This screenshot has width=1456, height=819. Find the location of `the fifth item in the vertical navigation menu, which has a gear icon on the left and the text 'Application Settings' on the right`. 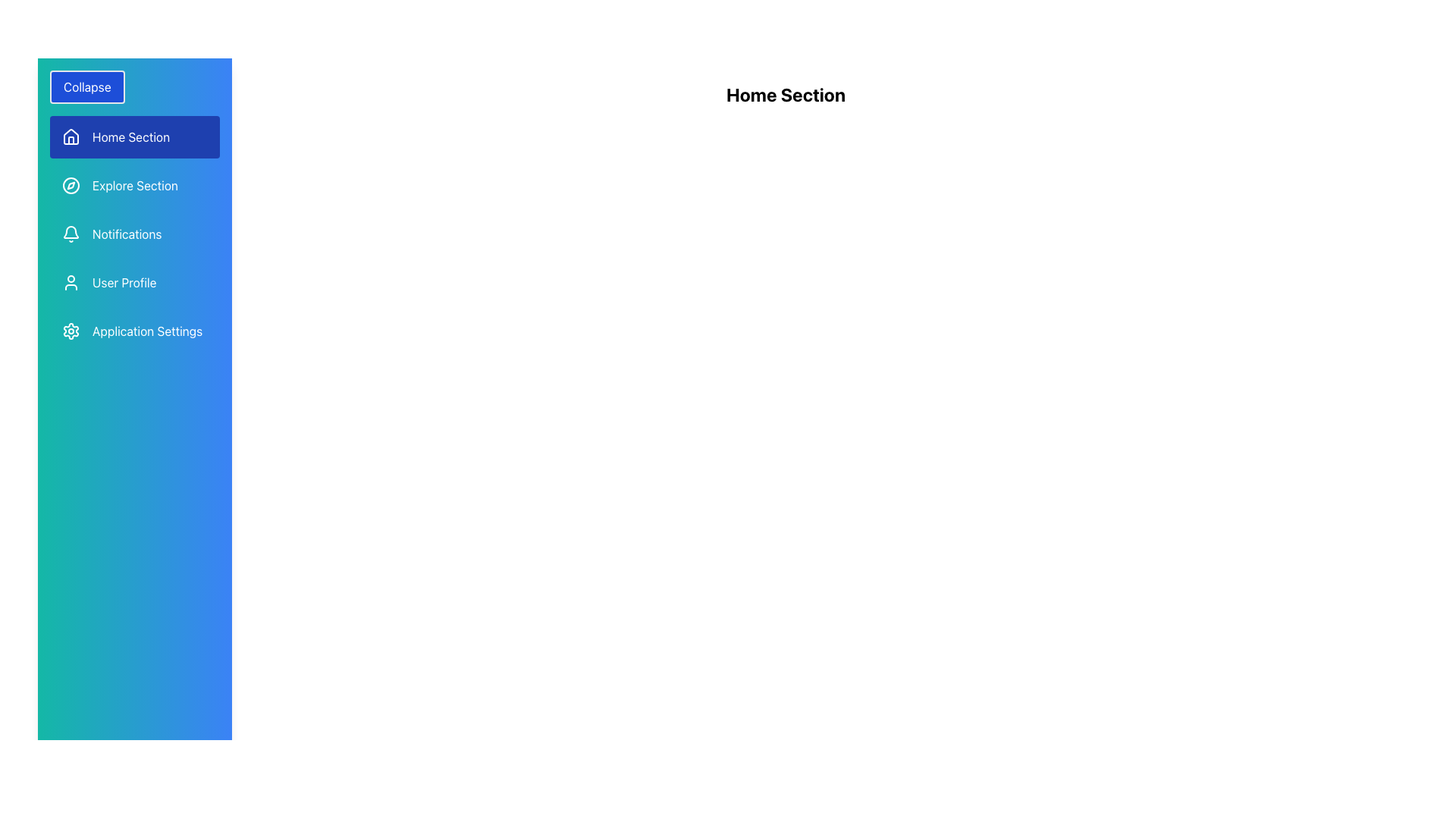

the fifth item in the vertical navigation menu, which has a gear icon on the left and the text 'Application Settings' on the right is located at coordinates (134, 330).